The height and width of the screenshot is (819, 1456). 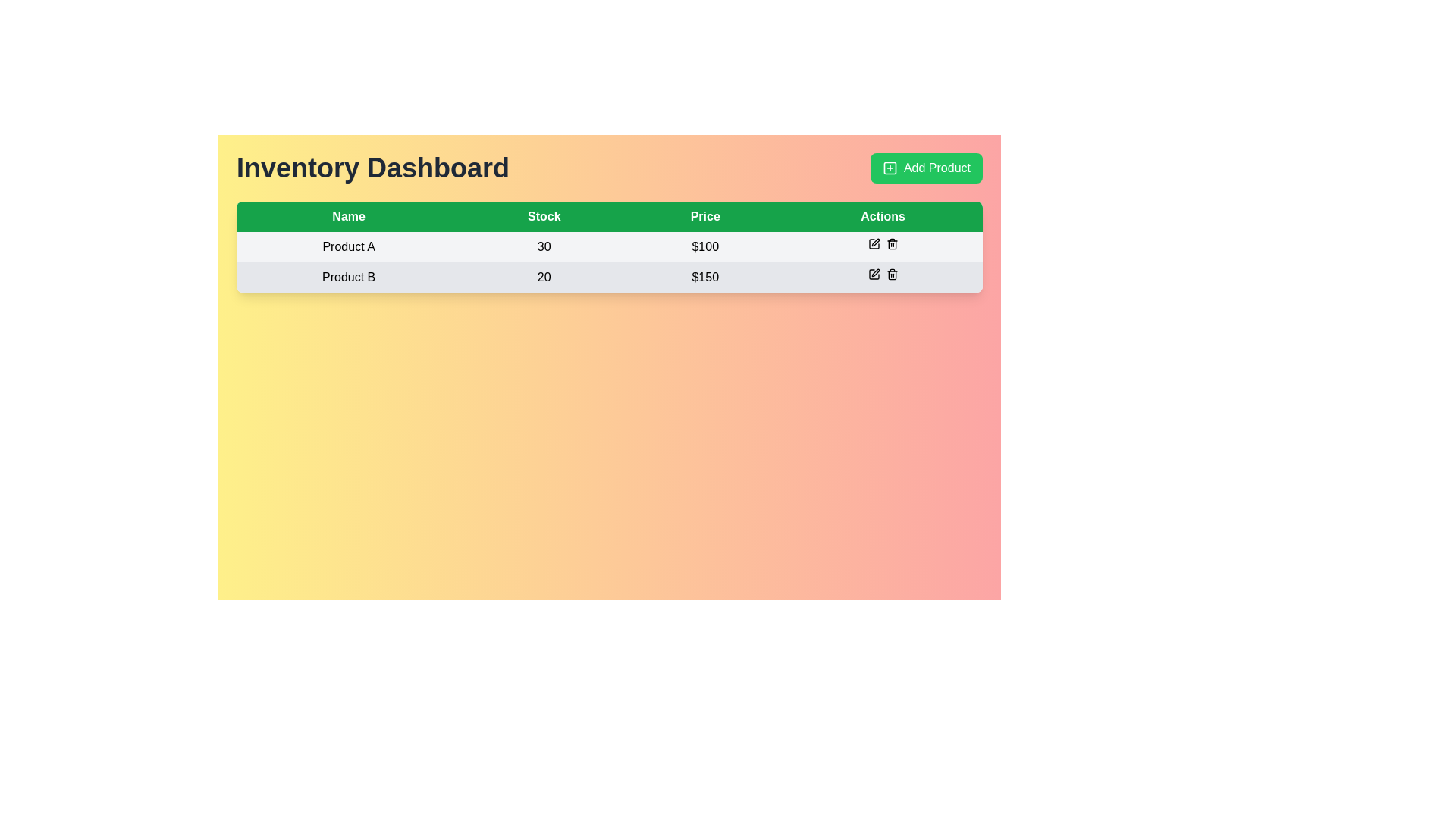 What do you see at coordinates (874, 243) in the screenshot?
I see `the 'Edit' button icon, which resembles a pen and is located in the 'Actions' column of the first row in the table under the 'Inventory Dashboard' to visualize a hover effect` at bounding box center [874, 243].